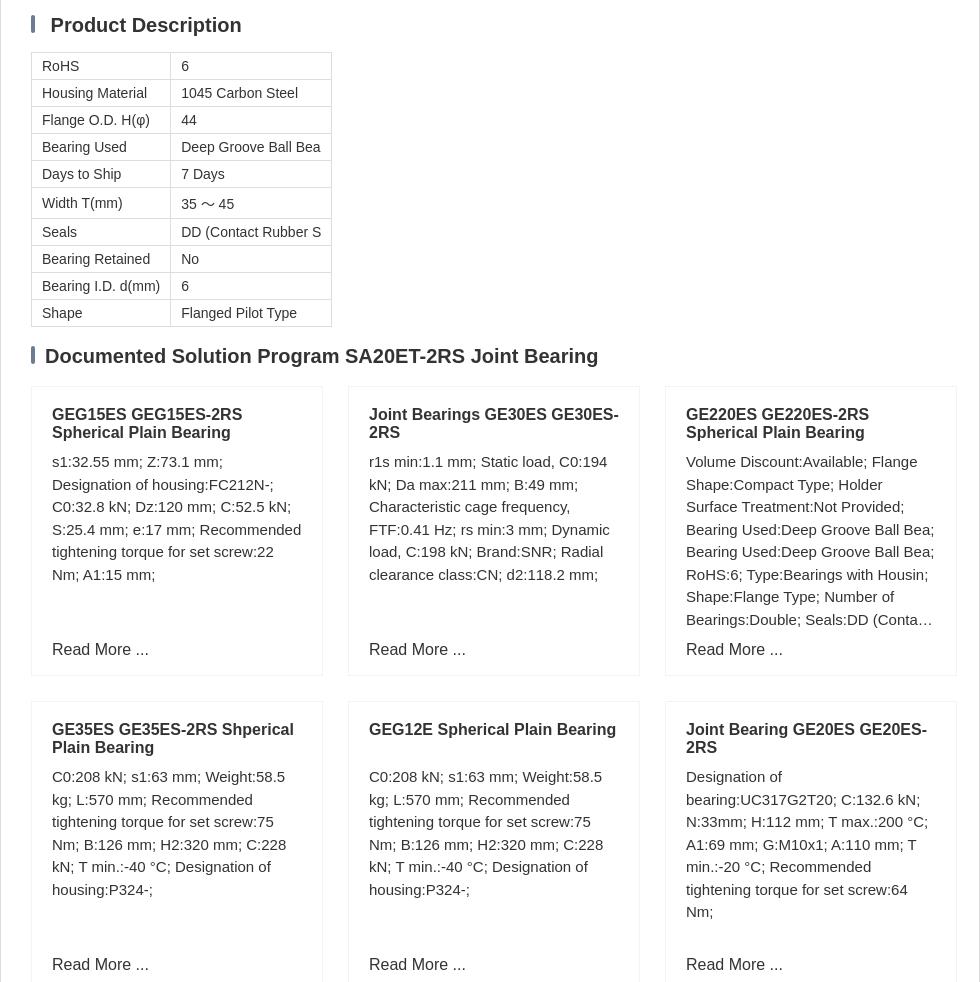  Describe the element at coordinates (60, 64) in the screenshot. I see `'RoHS'` at that location.